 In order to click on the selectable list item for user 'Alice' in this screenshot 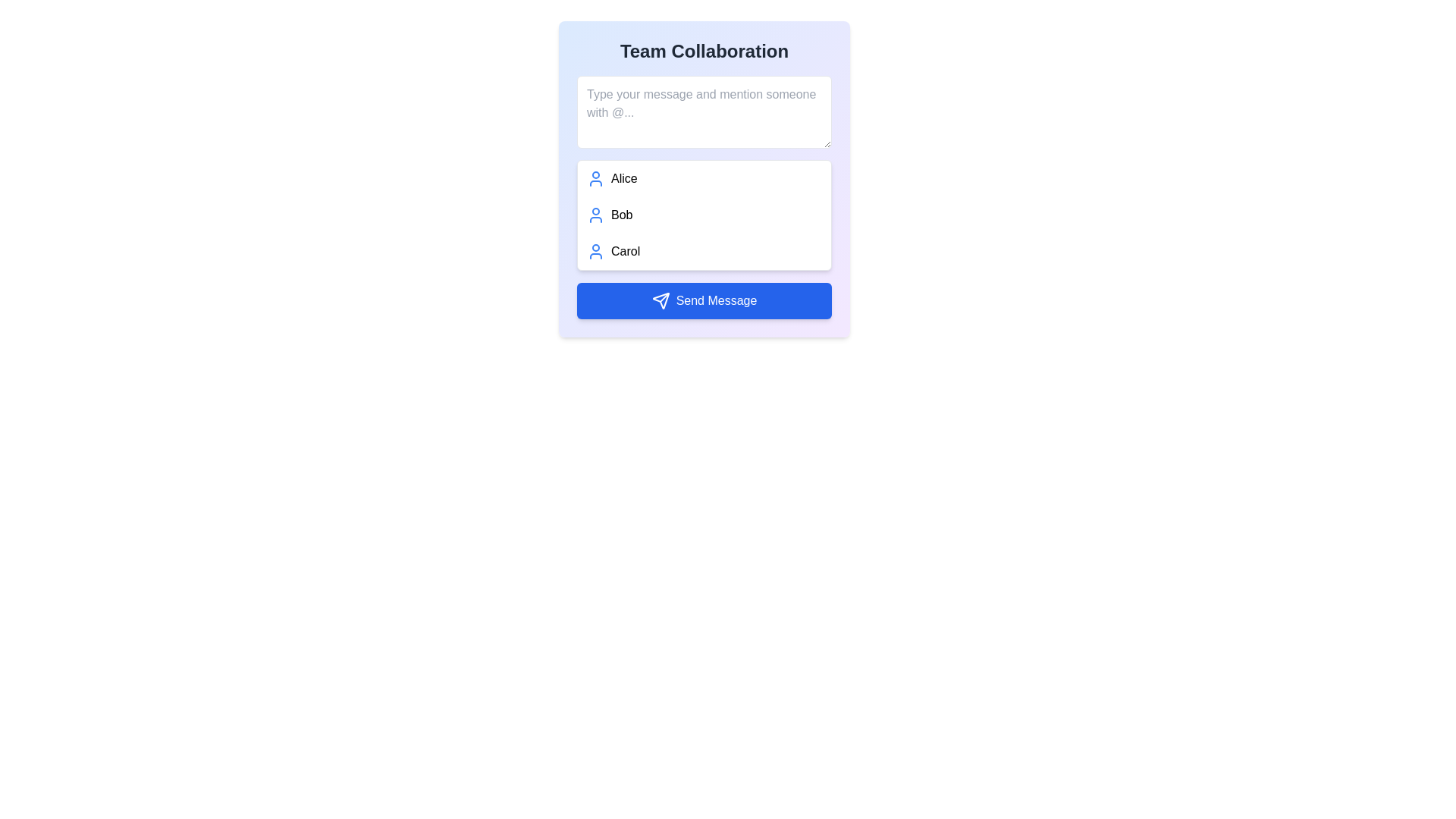, I will do `click(704, 177)`.